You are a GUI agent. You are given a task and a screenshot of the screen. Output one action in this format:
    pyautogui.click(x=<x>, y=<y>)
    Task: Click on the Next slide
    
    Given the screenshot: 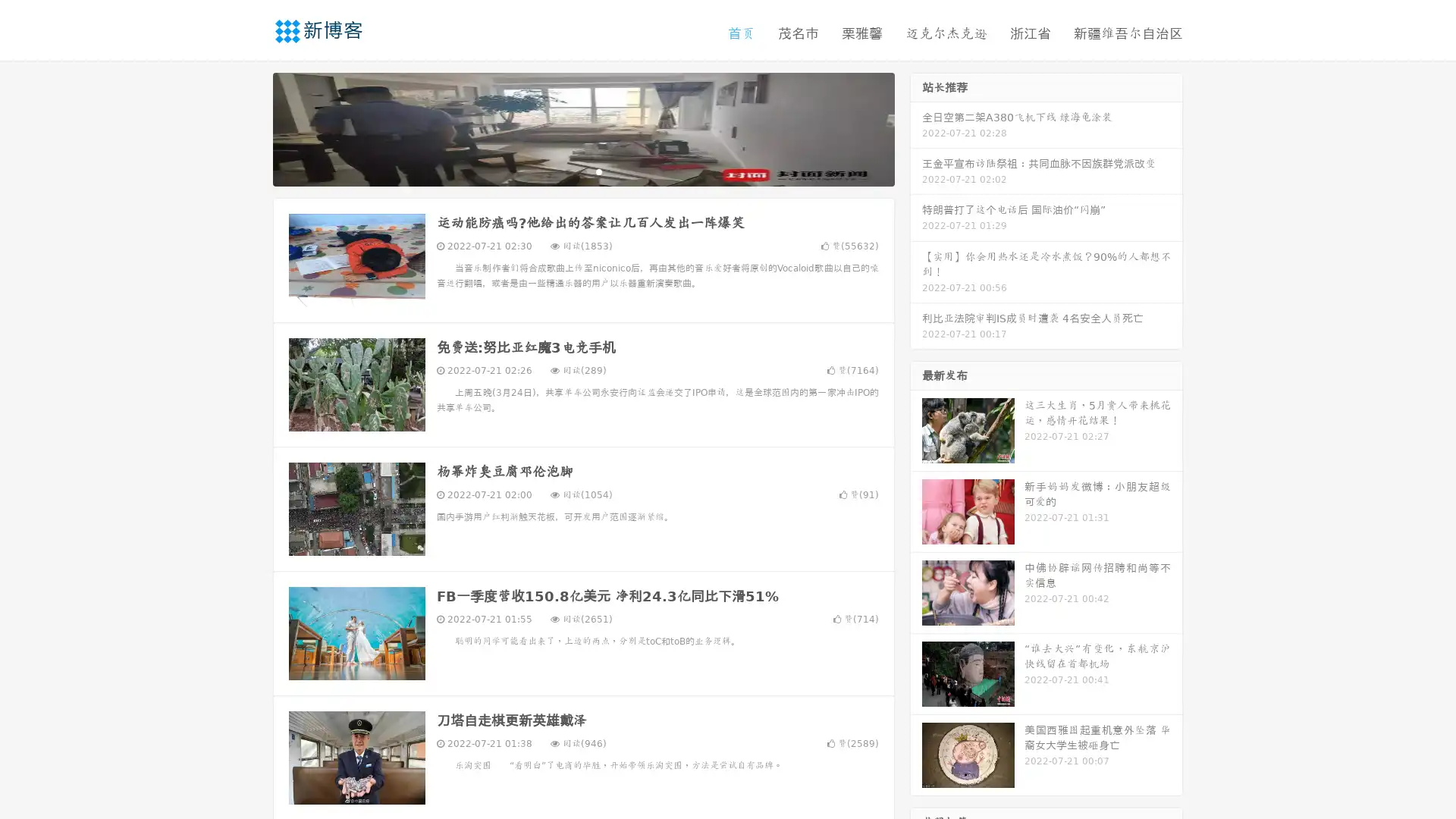 What is the action you would take?
    pyautogui.click(x=916, y=127)
    